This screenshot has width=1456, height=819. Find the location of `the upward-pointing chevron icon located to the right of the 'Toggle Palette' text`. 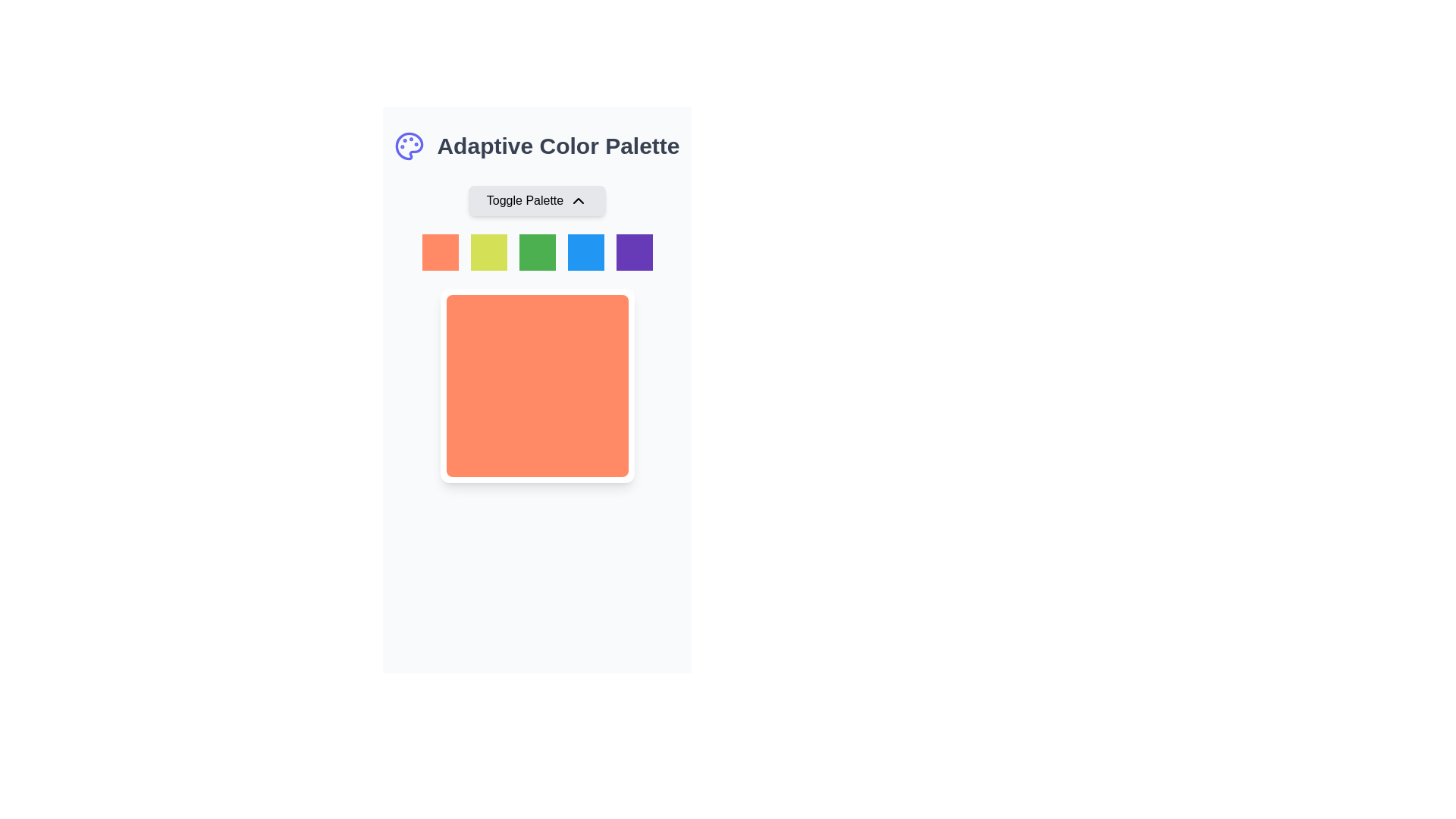

the upward-pointing chevron icon located to the right of the 'Toggle Palette' text is located at coordinates (578, 200).